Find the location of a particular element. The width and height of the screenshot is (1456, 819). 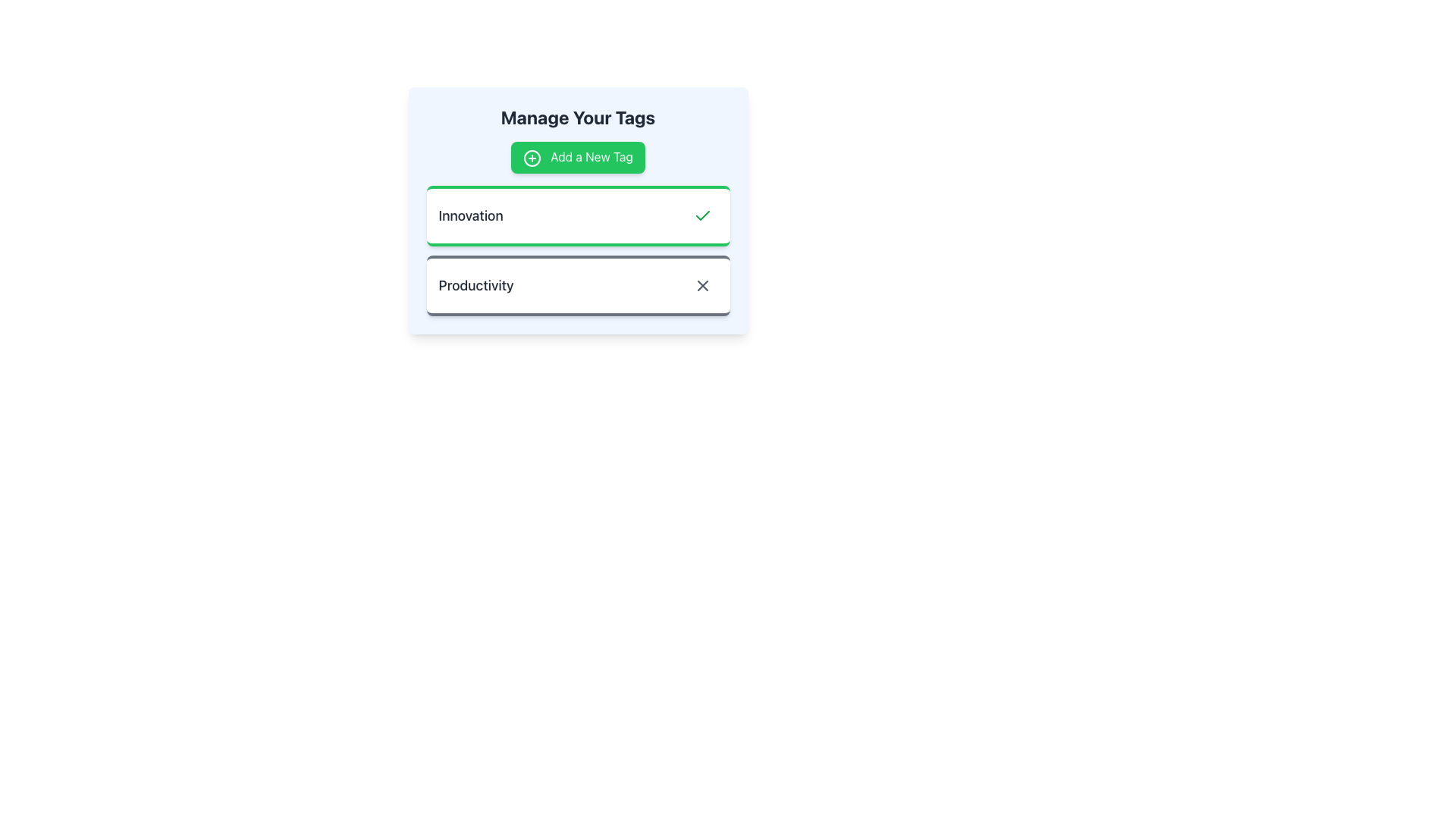

the green button labeled 'Add a New Tag' is located at coordinates (577, 157).